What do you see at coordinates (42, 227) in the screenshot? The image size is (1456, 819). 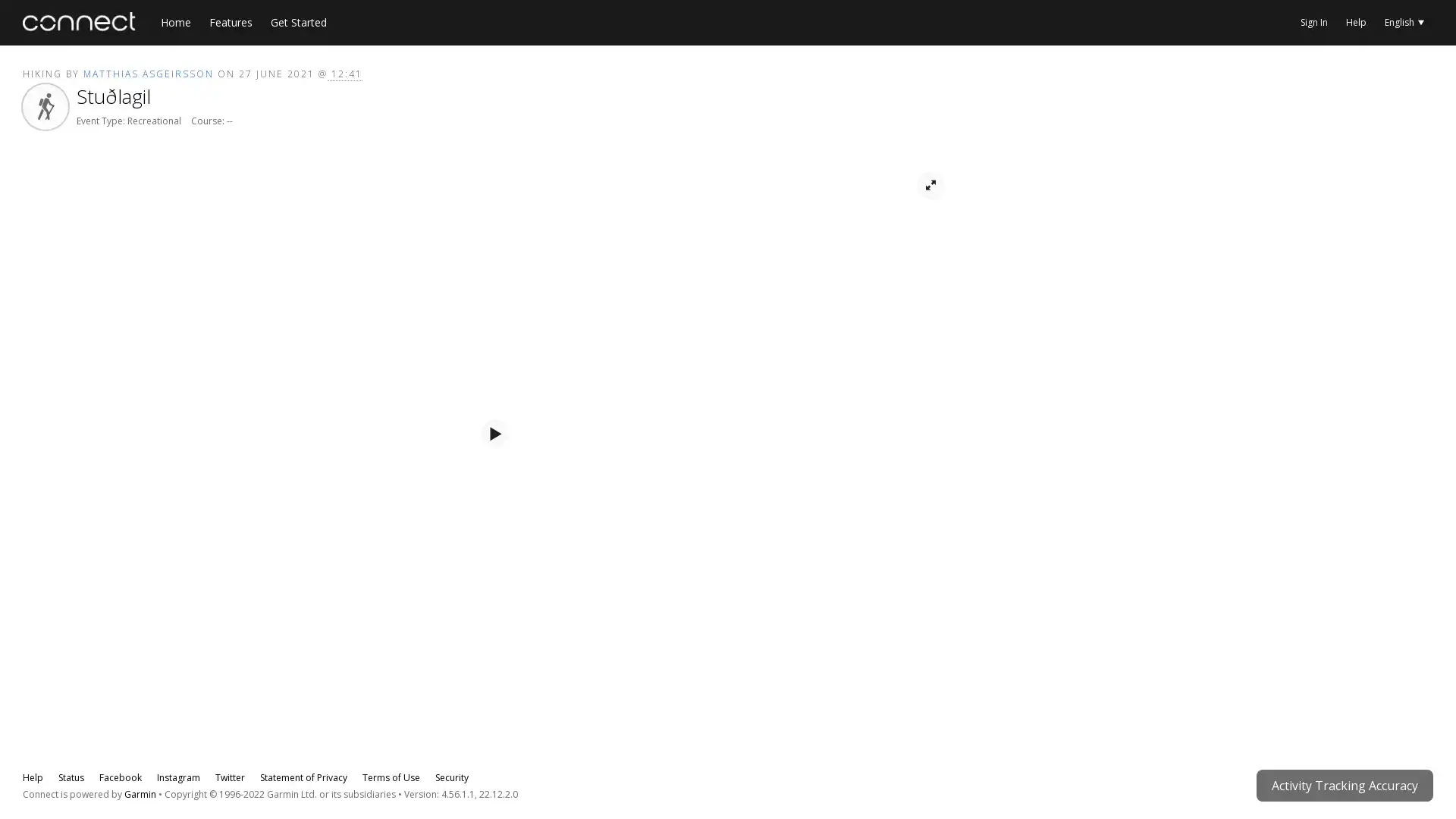 I see `Zoom In` at bounding box center [42, 227].